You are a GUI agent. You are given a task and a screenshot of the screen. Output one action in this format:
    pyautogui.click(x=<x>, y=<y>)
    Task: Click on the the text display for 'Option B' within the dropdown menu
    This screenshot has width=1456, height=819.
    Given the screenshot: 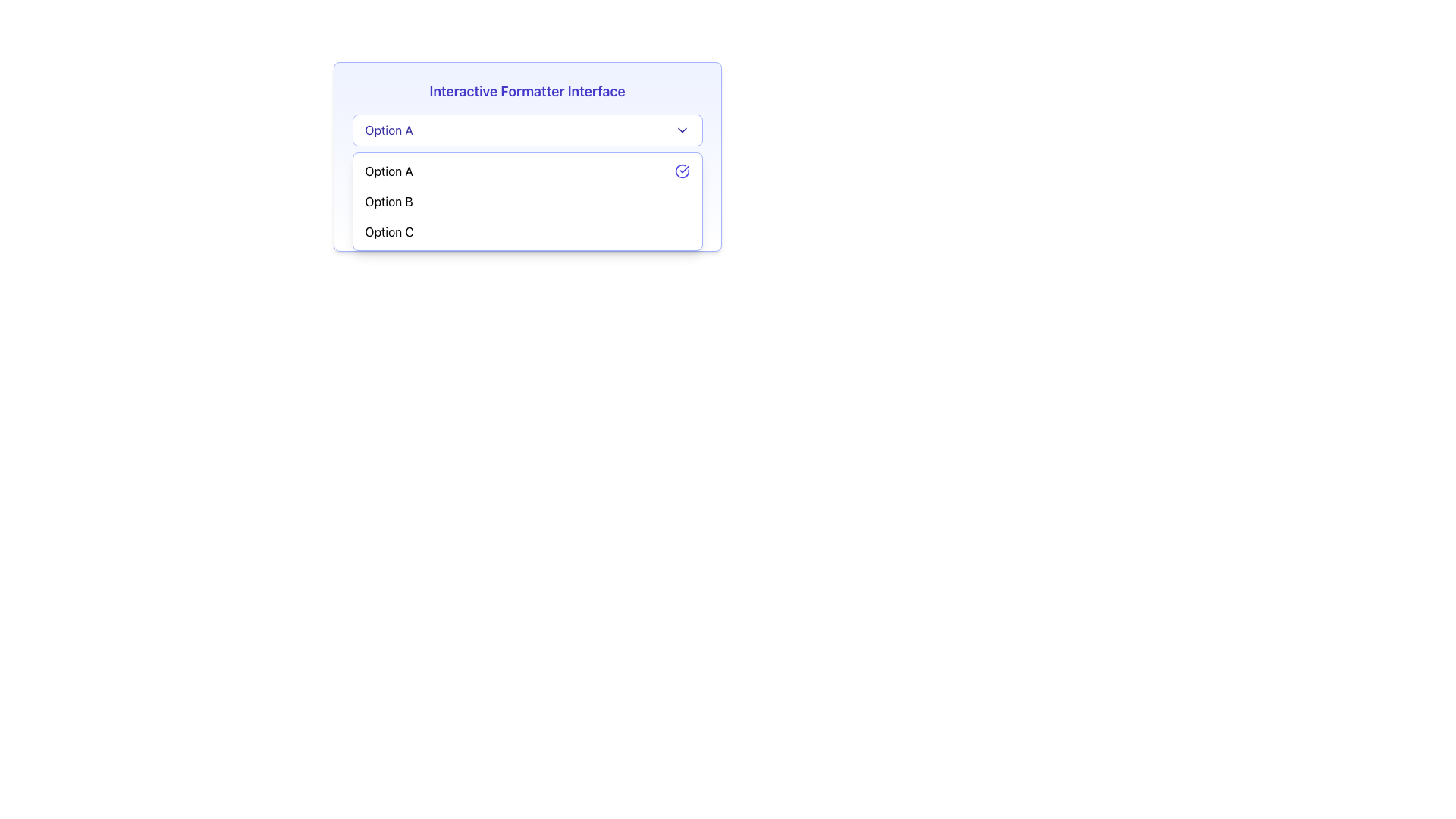 What is the action you would take?
    pyautogui.click(x=389, y=201)
    